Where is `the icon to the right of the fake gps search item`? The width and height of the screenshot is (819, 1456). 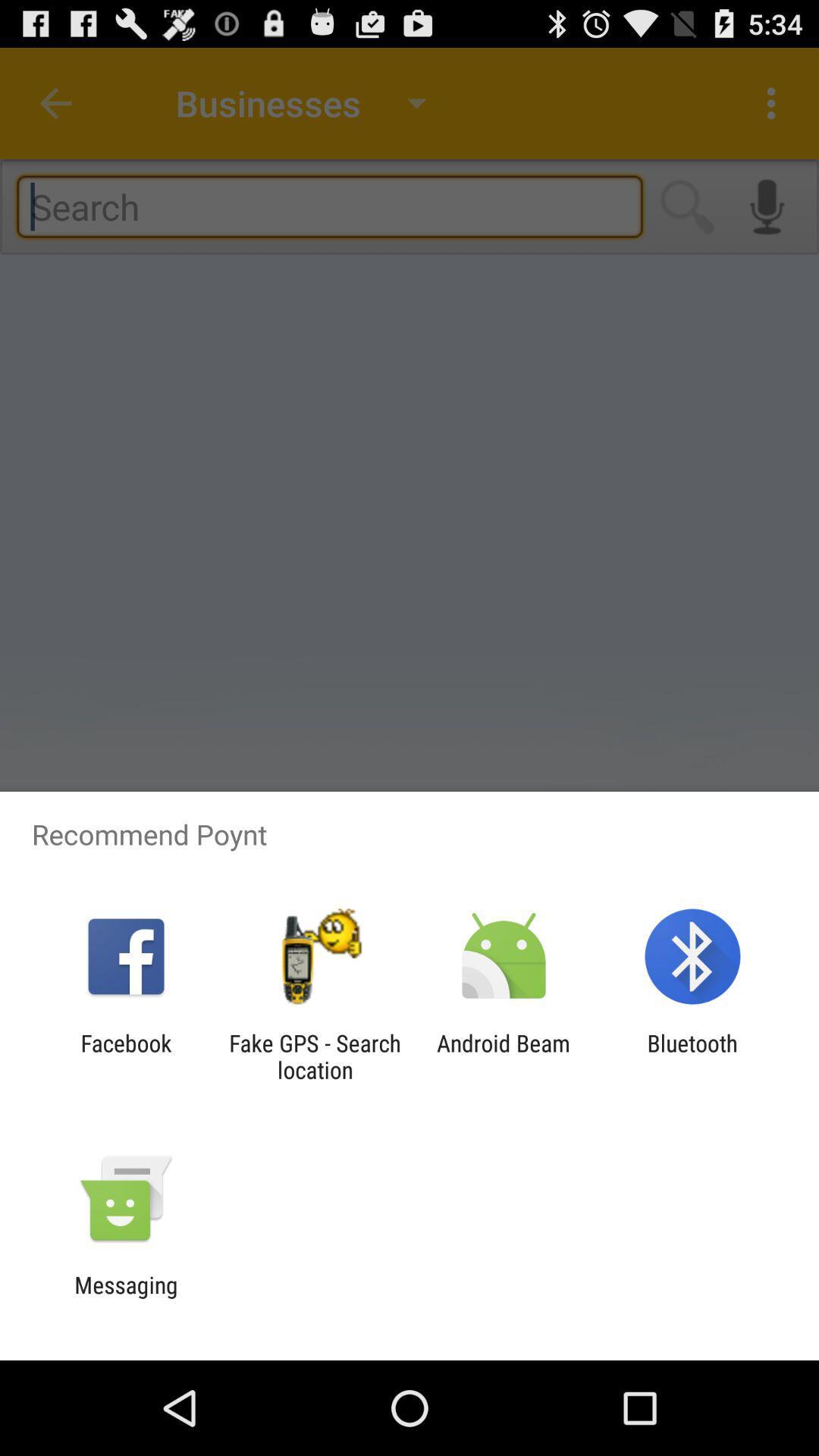 the icon to the right of the fake gps search item is located at coordinates (504, 1056).